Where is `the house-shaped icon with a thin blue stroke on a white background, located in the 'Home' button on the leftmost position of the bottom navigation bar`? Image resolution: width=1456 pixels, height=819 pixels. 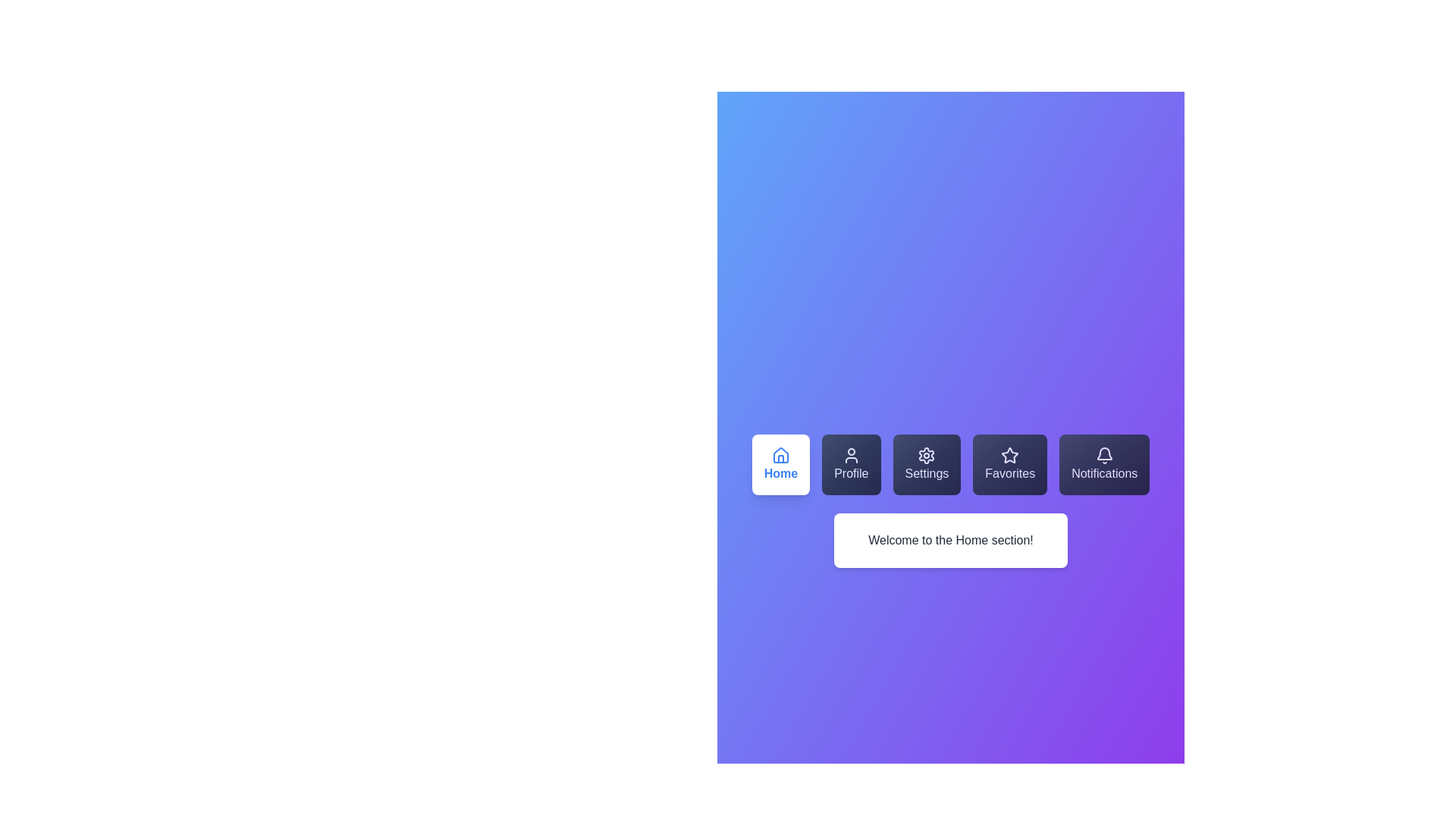
the house-shaped icon with a thin blue stroke on a white background, located in the 'Home' button on the leftmost position of the bottom navigation bar is located at coordinates (780, 454).